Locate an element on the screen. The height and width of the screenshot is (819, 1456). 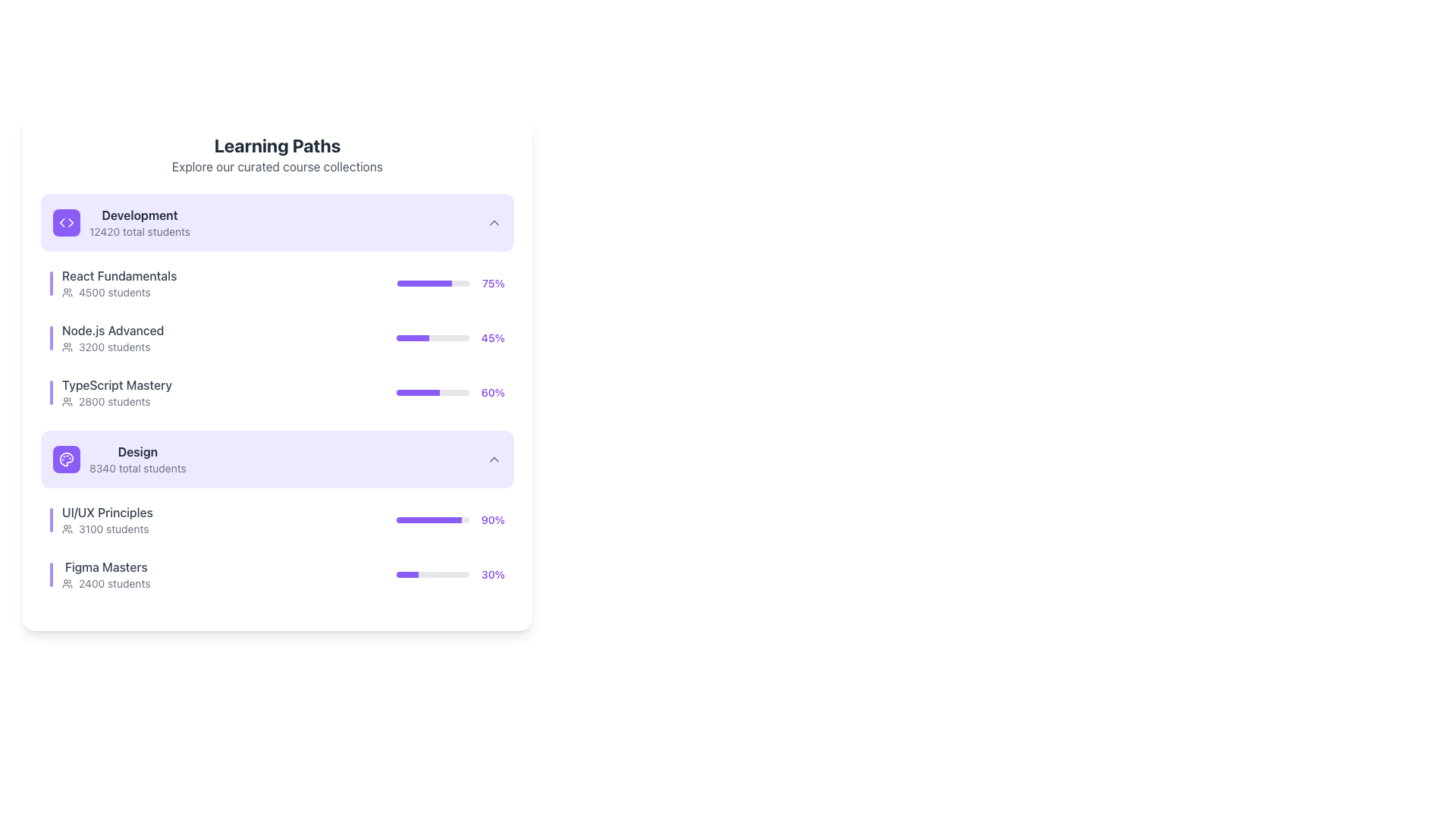
the icon indicating participant count for the 'TypeScript Mastery' section, located to the left of '2800 students' is located at coordinates (67, 400).